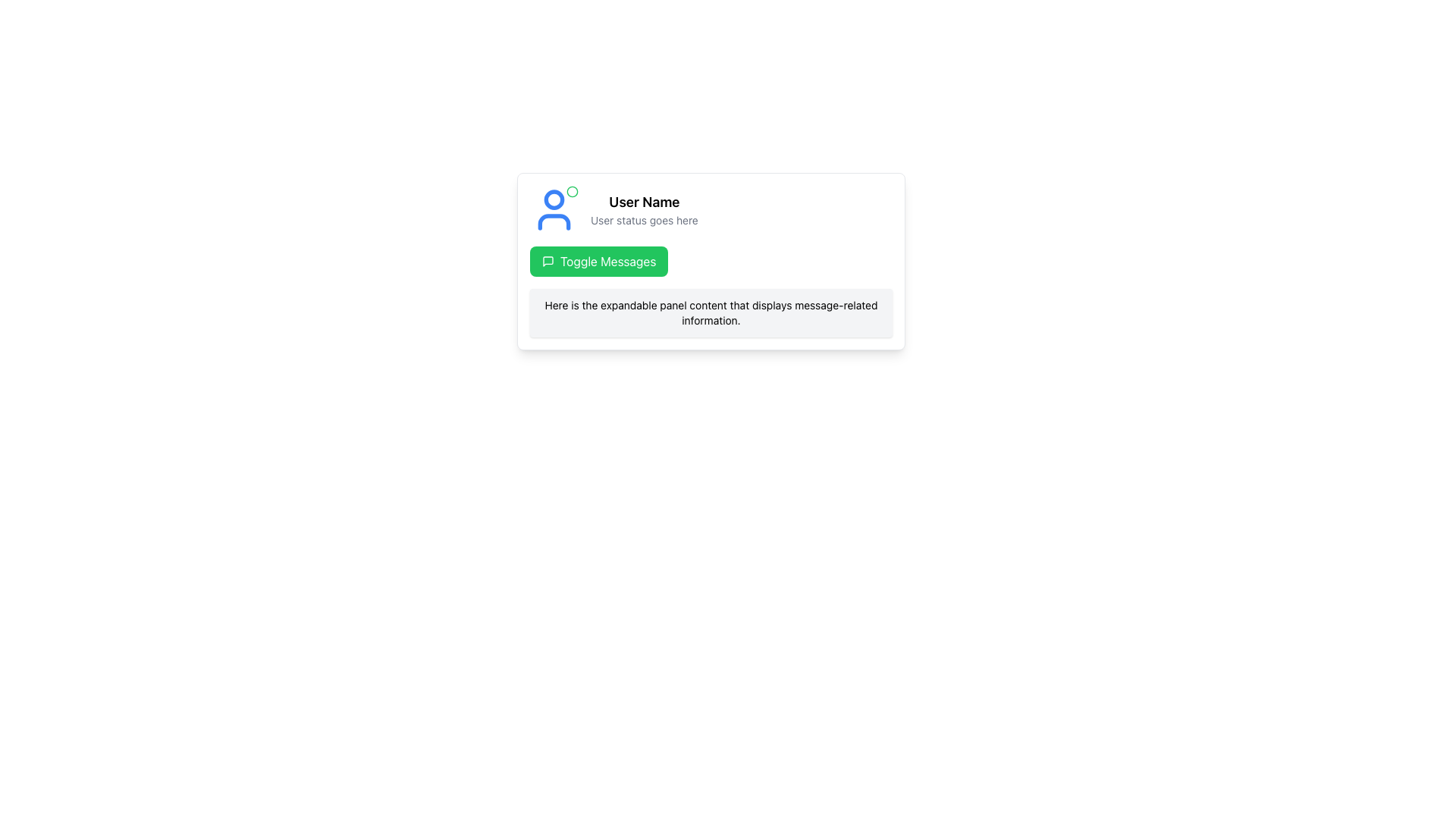 The height and width of the screenshot is (819, 1456). What do you see at coordinates (548, 260) in the screenshot?
I see `the speech bubble icon located at the center of the green button labeled 'Toggle Messages'` at bounding box center [548, 260].